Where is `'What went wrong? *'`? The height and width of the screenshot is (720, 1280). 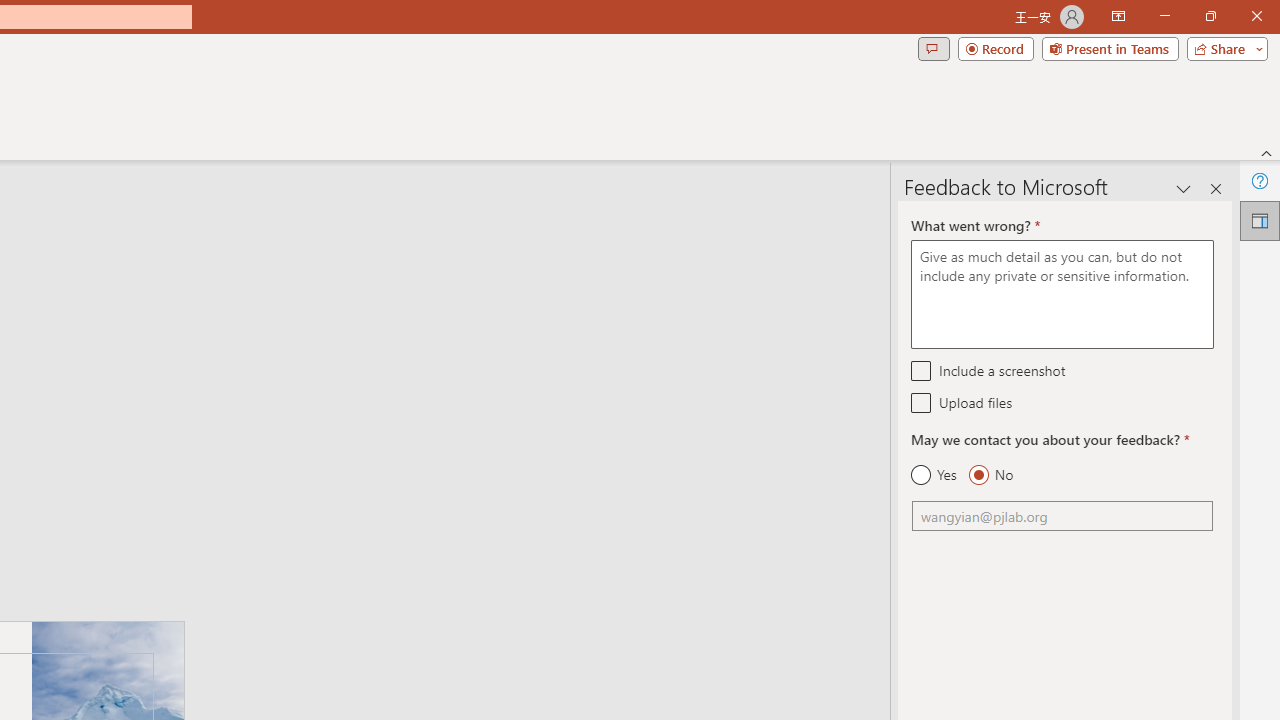 'What went wrong? *' is located at coordinates (1061, 294).